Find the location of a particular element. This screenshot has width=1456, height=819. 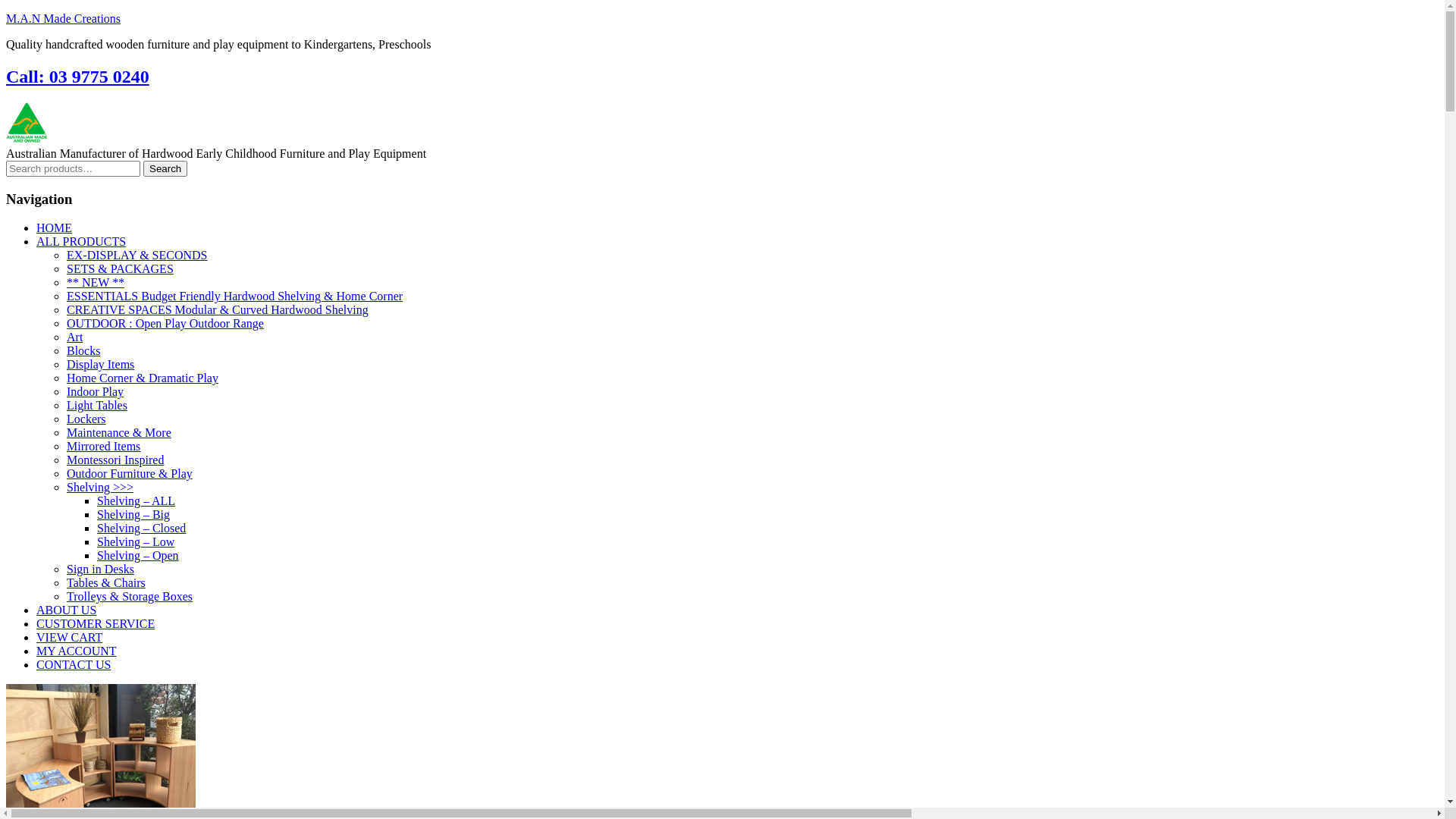

'Home Corner & Dramatic Play' is located at coordinates (142, 377).